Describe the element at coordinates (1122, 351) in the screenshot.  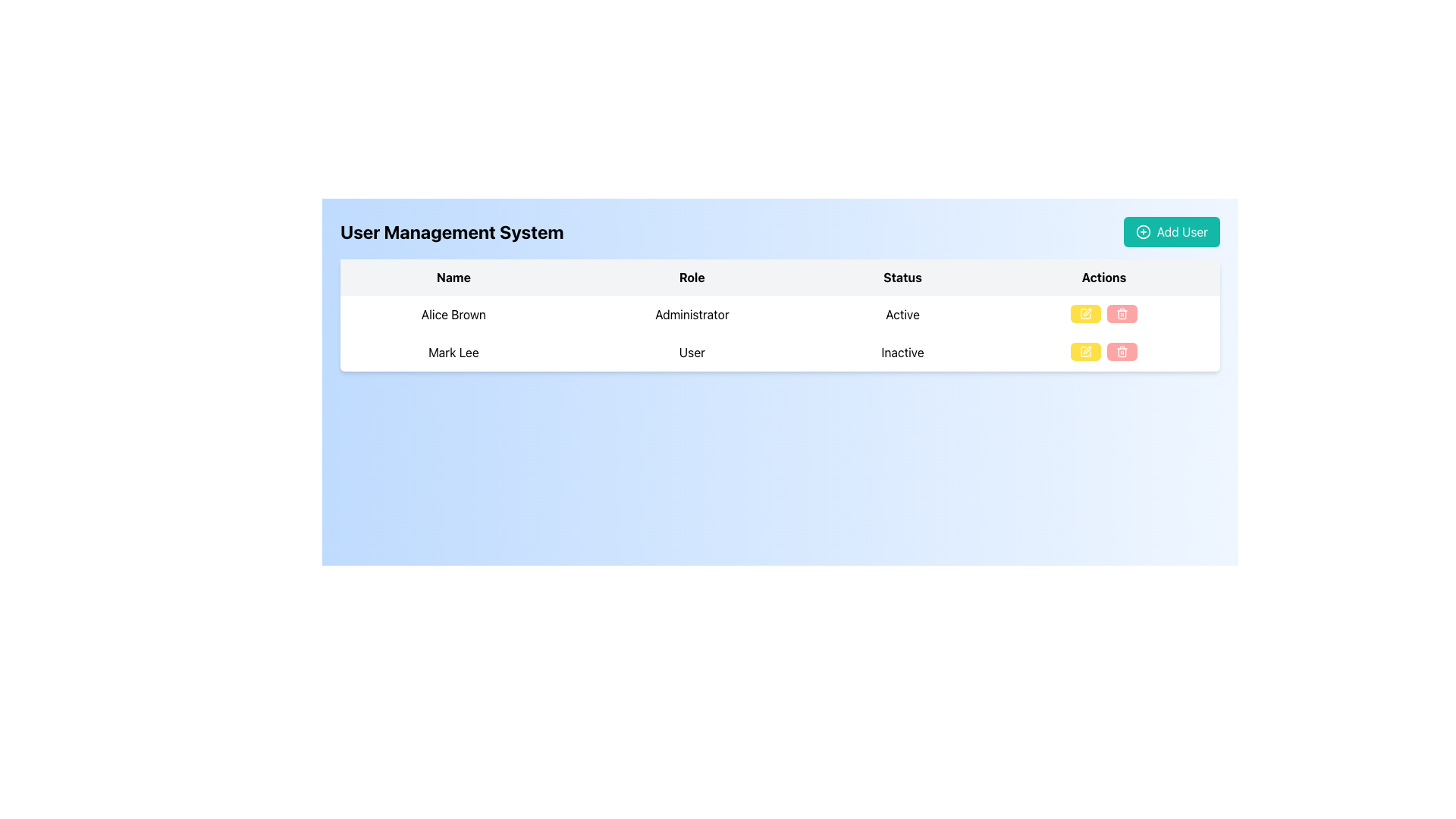
I see `the delete button, which is styled with a red background and a trashcan icon, located in the 'Actions' column of the second row in the user management table` at that location.